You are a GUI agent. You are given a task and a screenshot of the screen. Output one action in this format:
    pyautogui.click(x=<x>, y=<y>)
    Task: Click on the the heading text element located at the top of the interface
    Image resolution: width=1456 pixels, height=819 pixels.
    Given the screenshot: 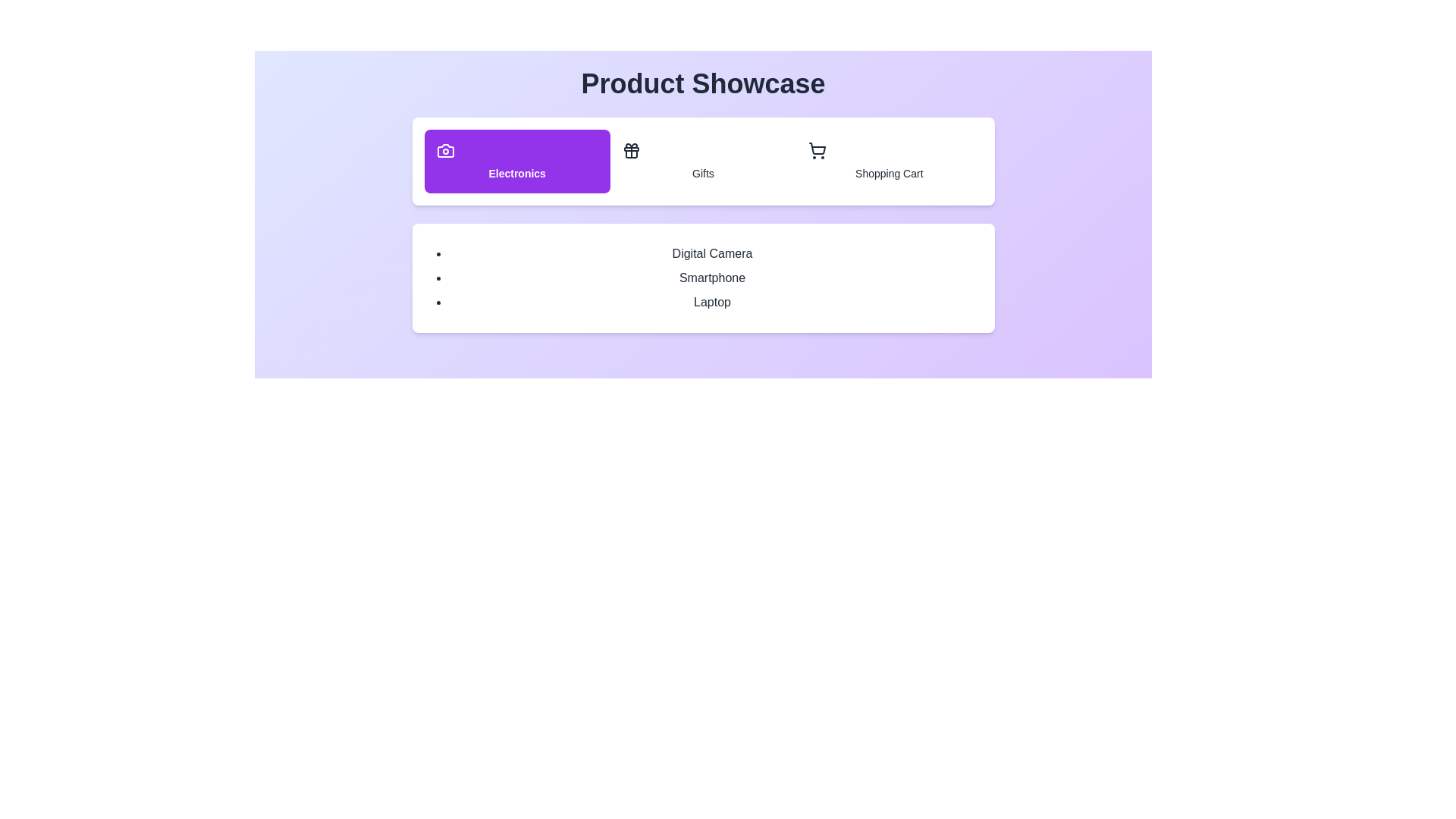 What is the action you would take?
    pyautogui.click(x=702, y=84)
    